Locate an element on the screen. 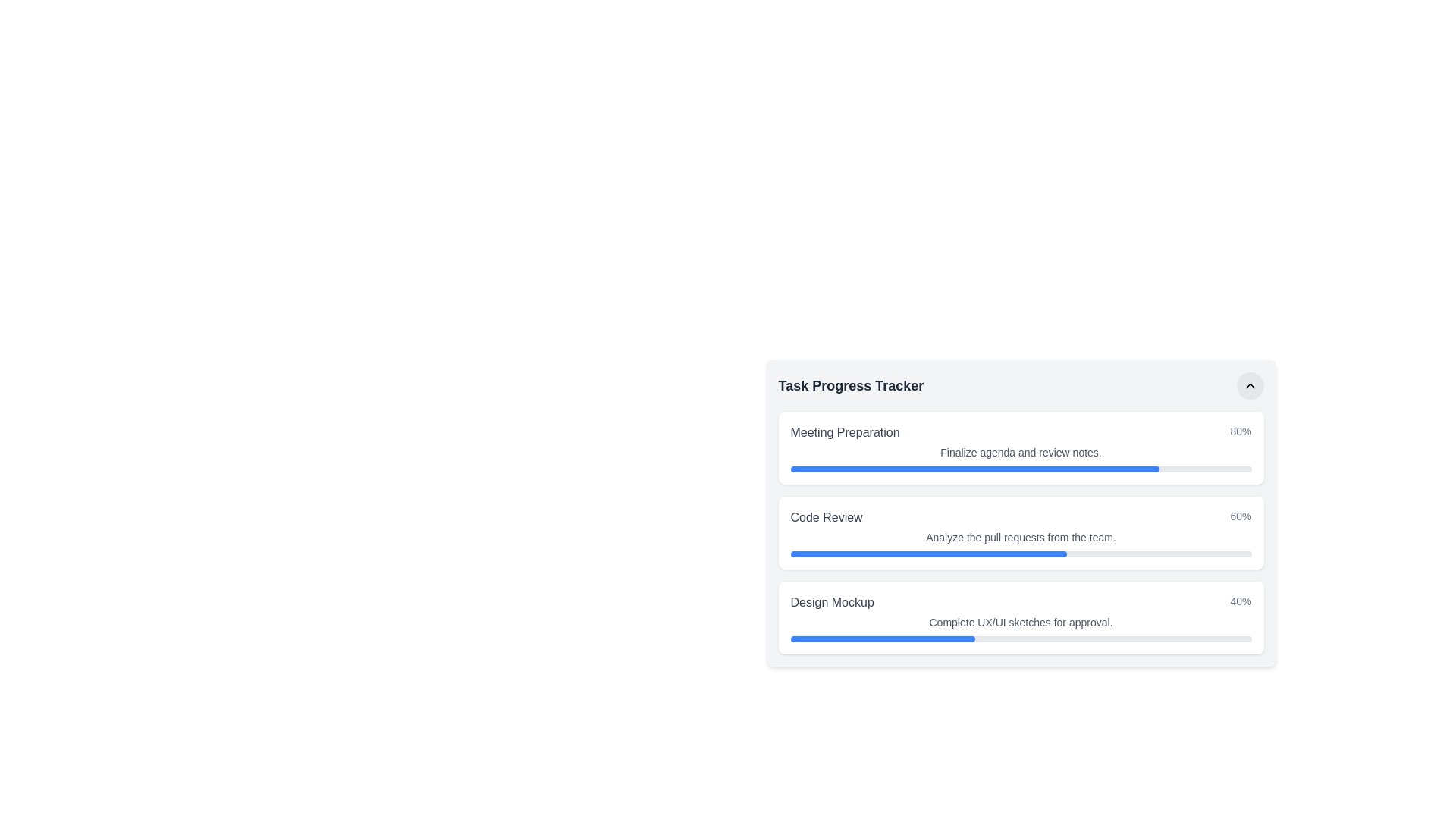  the progress bar representing 60% completion of the 'Code Review' task located in the 'Task Progress Tracker' list, below the text 'Analyze the pull requests from the team' is located at coordinates (1021, 554).